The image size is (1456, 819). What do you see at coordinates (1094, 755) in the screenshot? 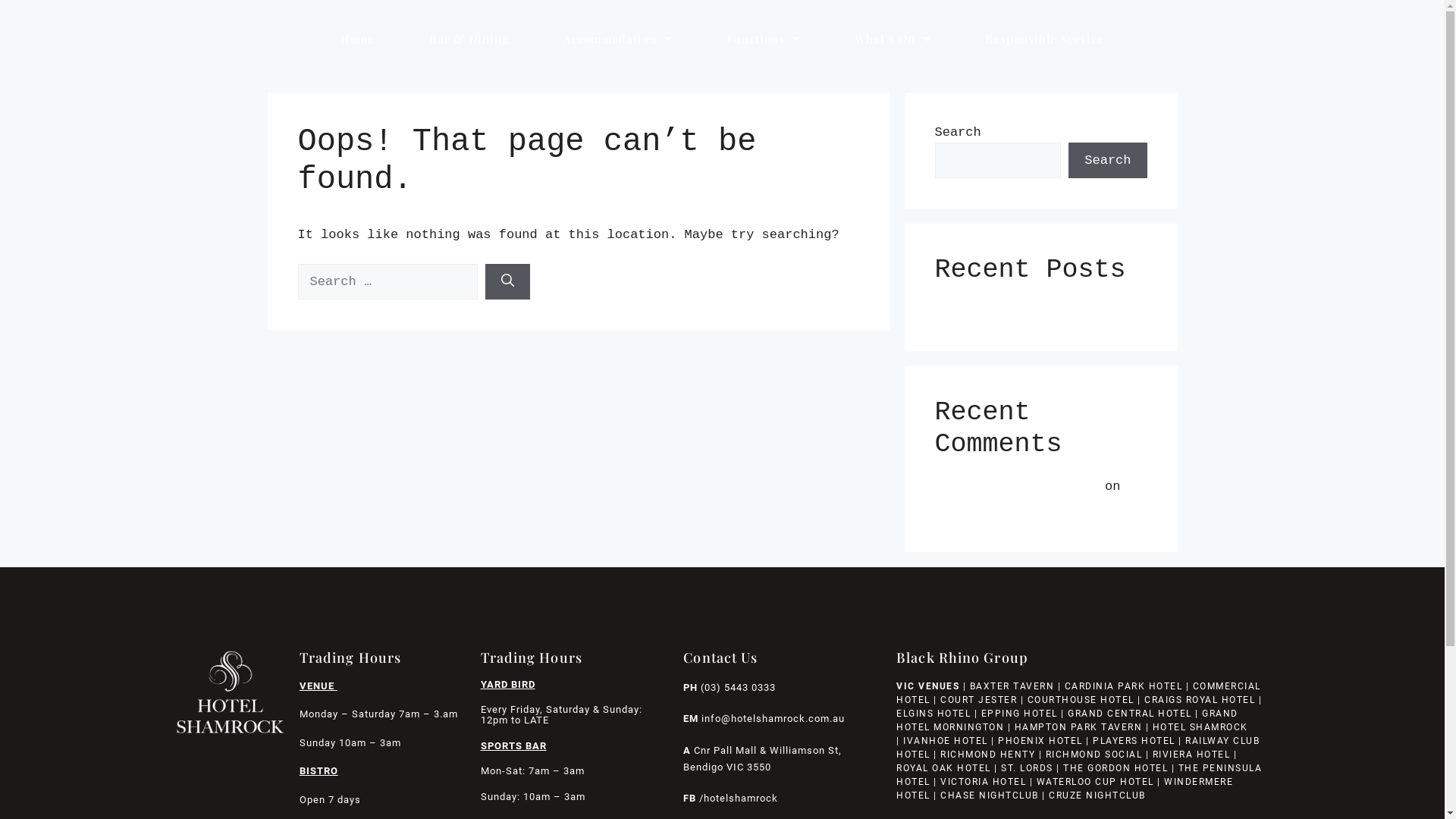
I see `'RICHMOND SOCIAL'` at bounding box center [1094, 755].